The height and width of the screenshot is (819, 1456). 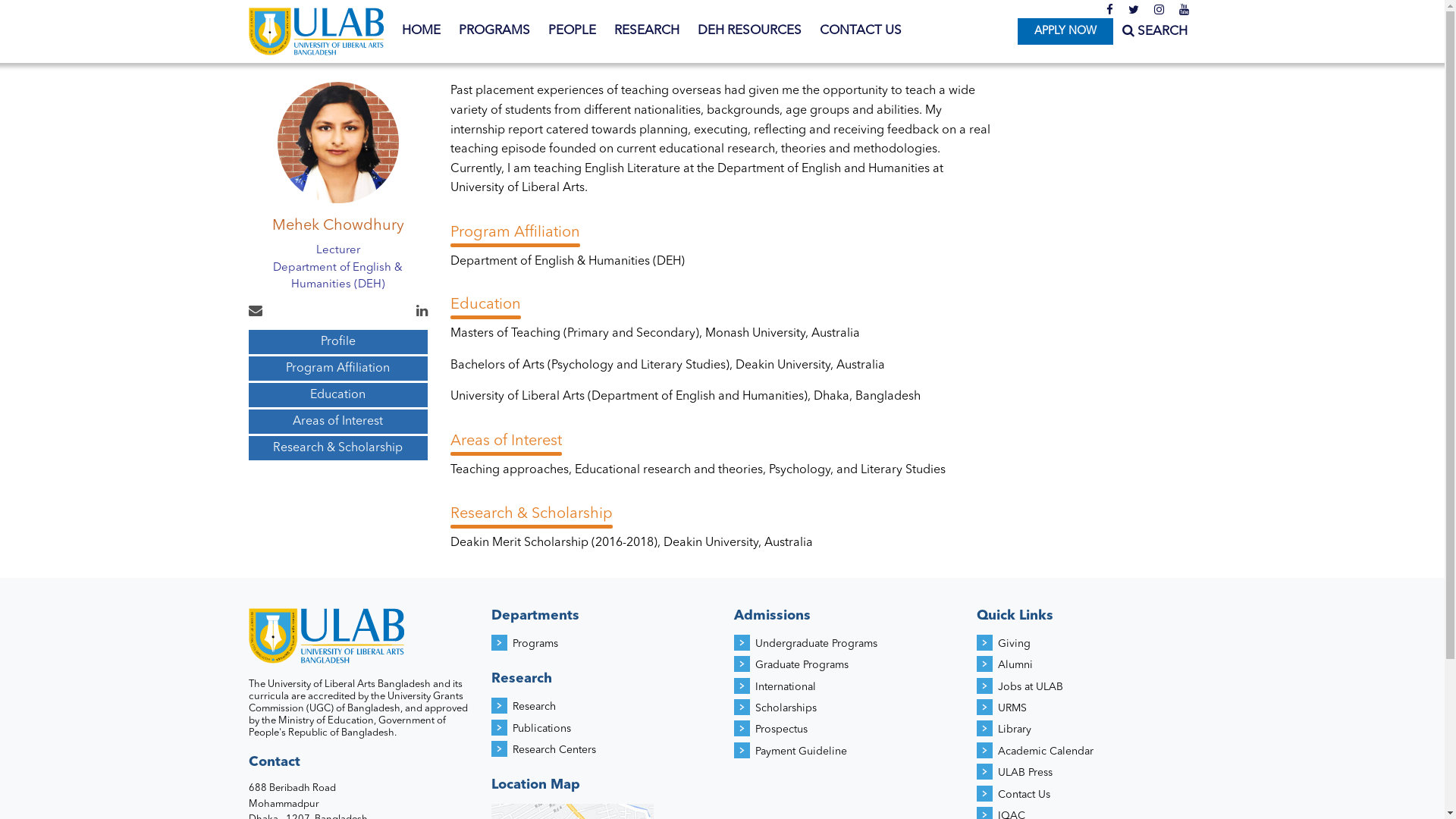 What do you see at coordinates (61, 0) in the screenshot?
I see `'Skip to main content'` at bounding box center [61, 0].